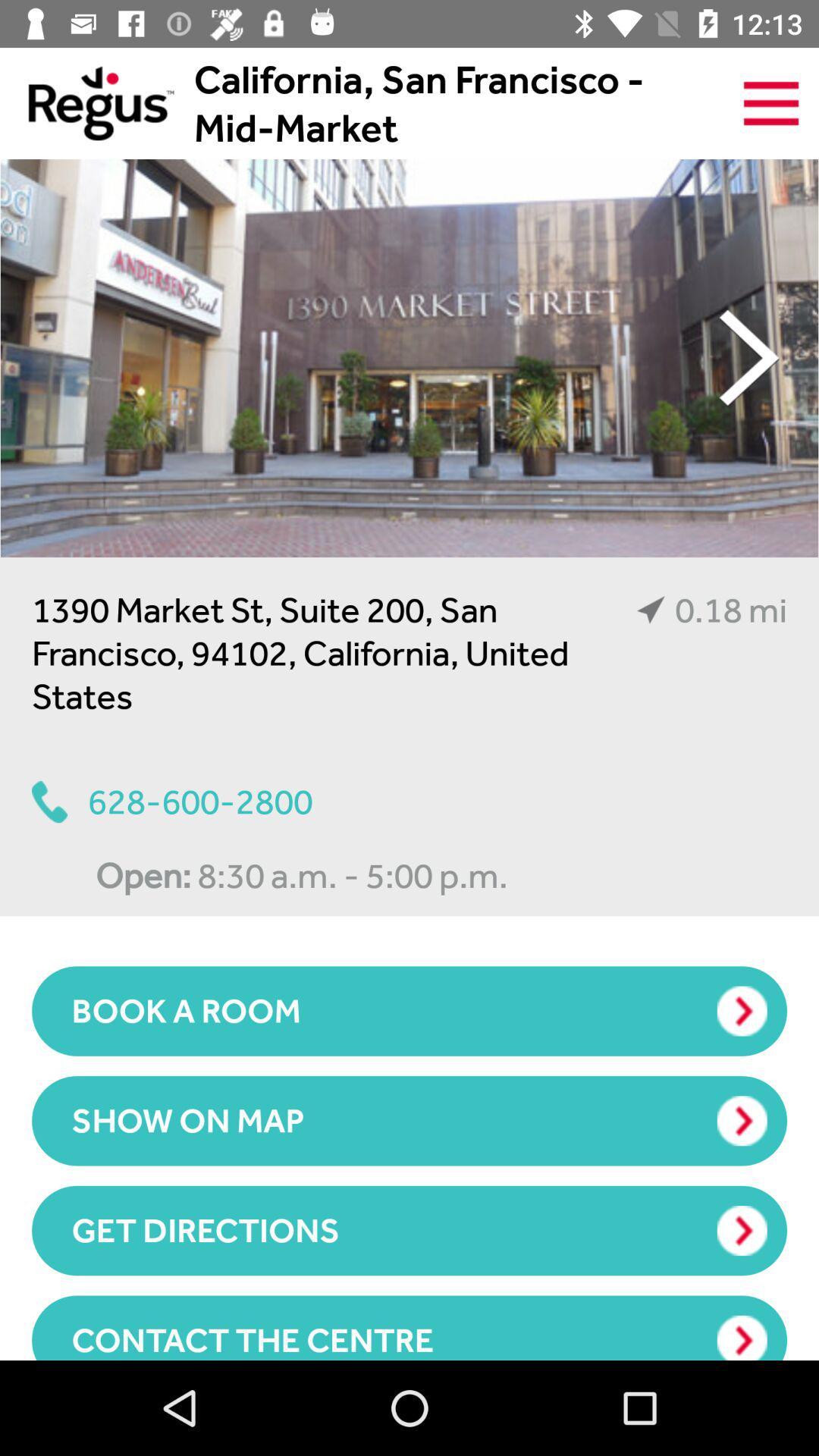 The width and height of the screenshot is (819, 1456). I want to click on contact the centre item, so click(409, 1327).